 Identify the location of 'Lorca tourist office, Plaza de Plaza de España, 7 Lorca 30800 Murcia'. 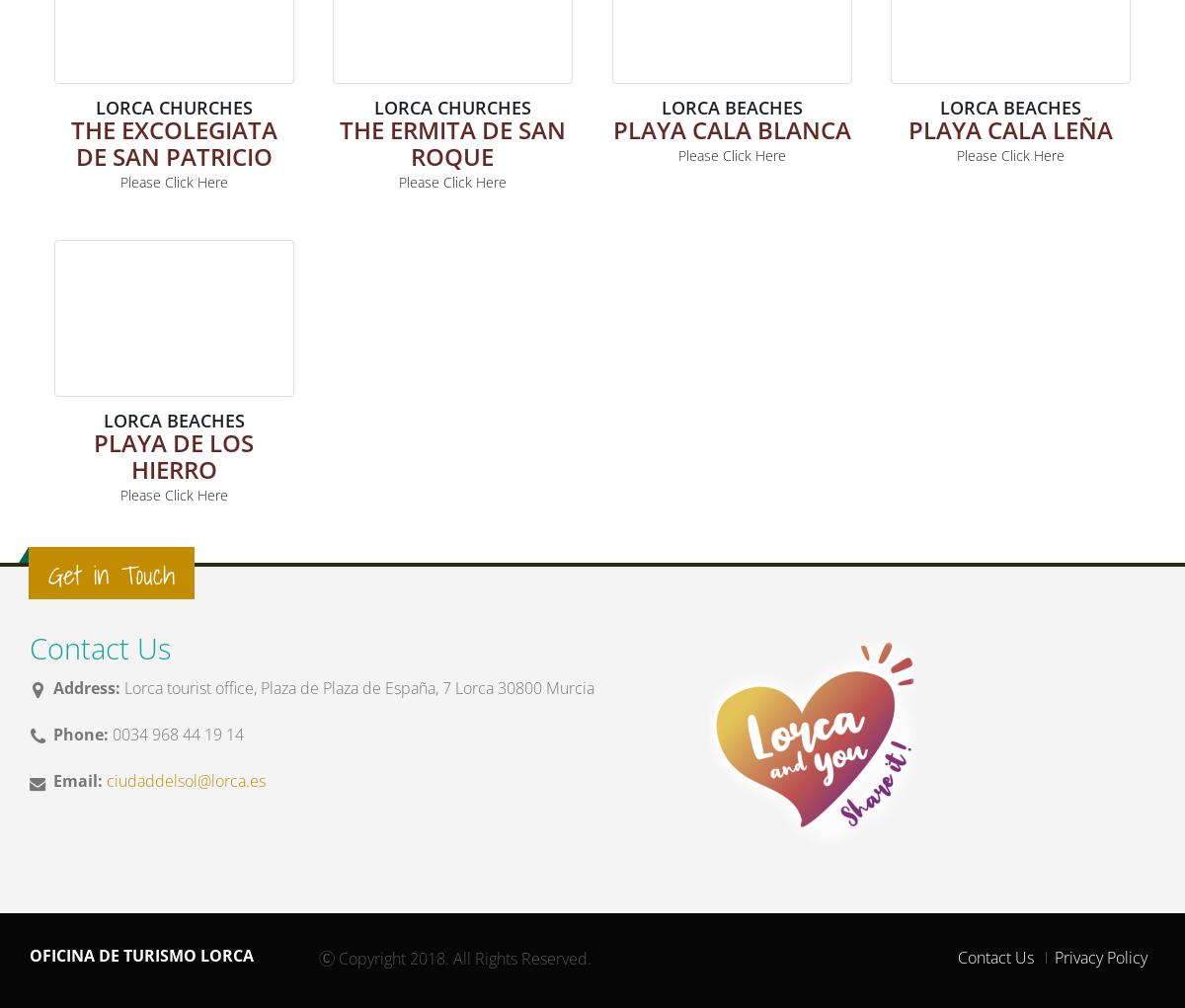
(357, 687).